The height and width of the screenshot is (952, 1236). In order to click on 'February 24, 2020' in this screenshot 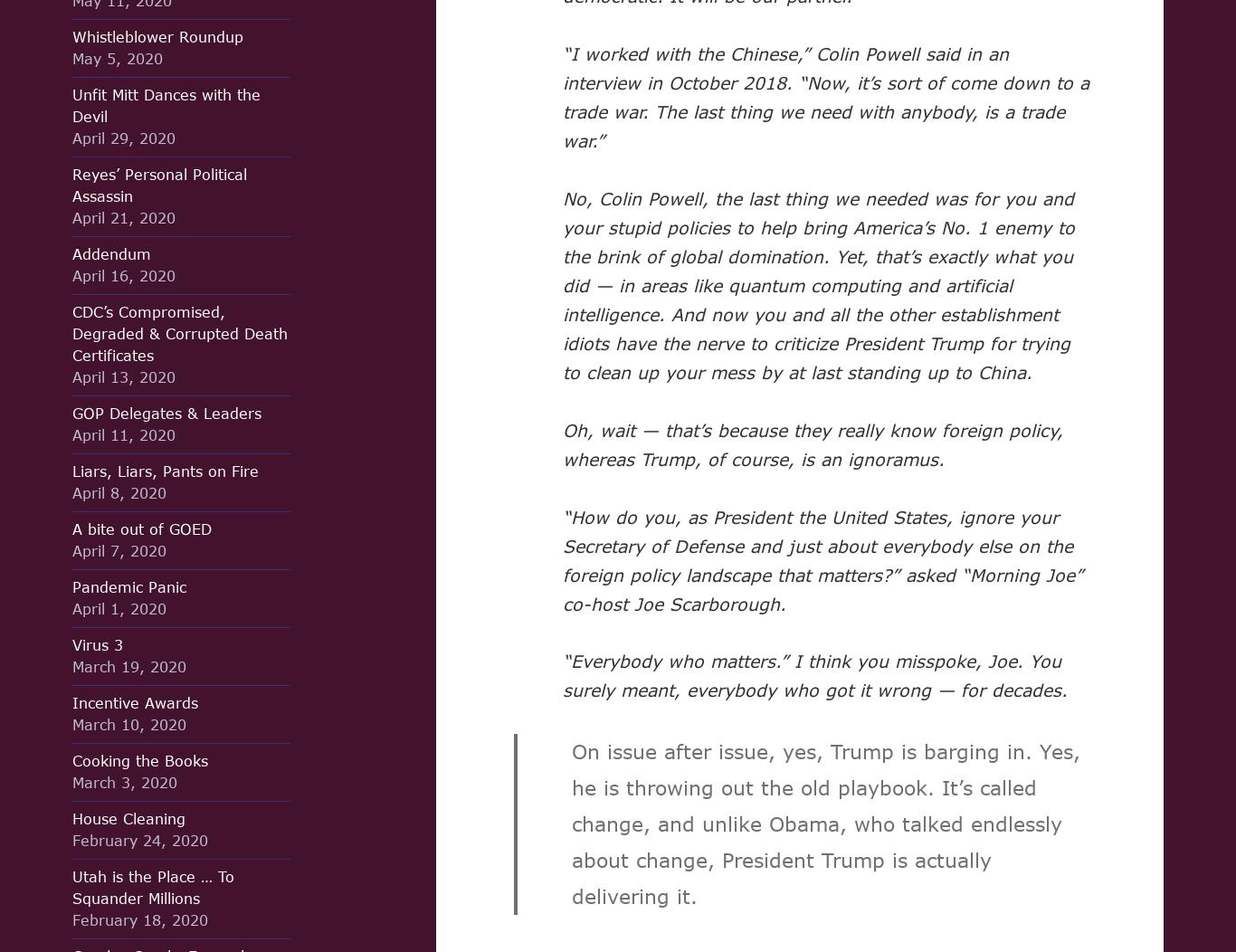, I will do `click(72, 839)`.